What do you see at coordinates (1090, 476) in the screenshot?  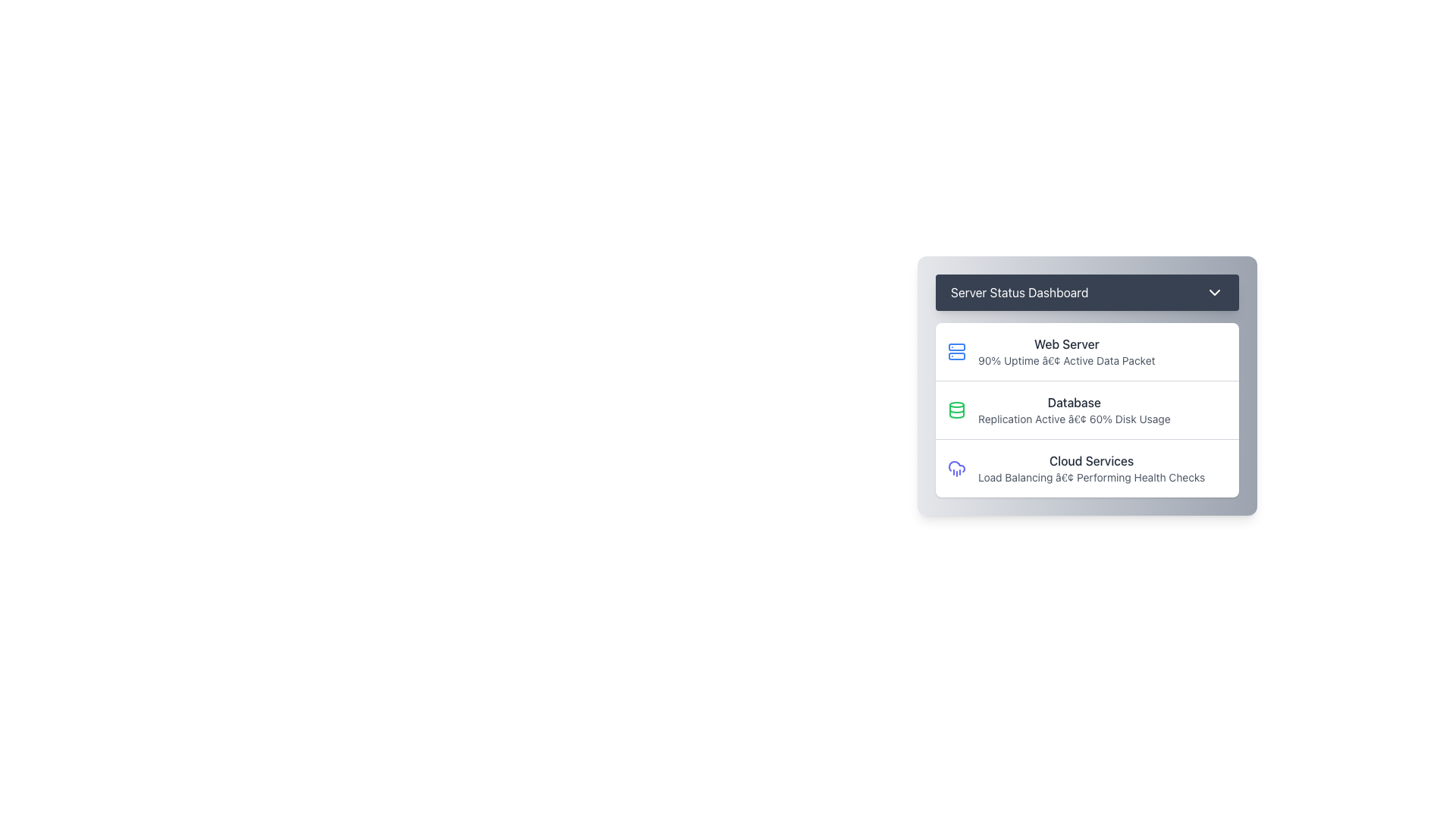 I see `the content of the gray text reading 'Load Balancing • Performing Health Checks', which is located below the 'Cloud Services' text in the server information card` at bounding box center [1090, 476].